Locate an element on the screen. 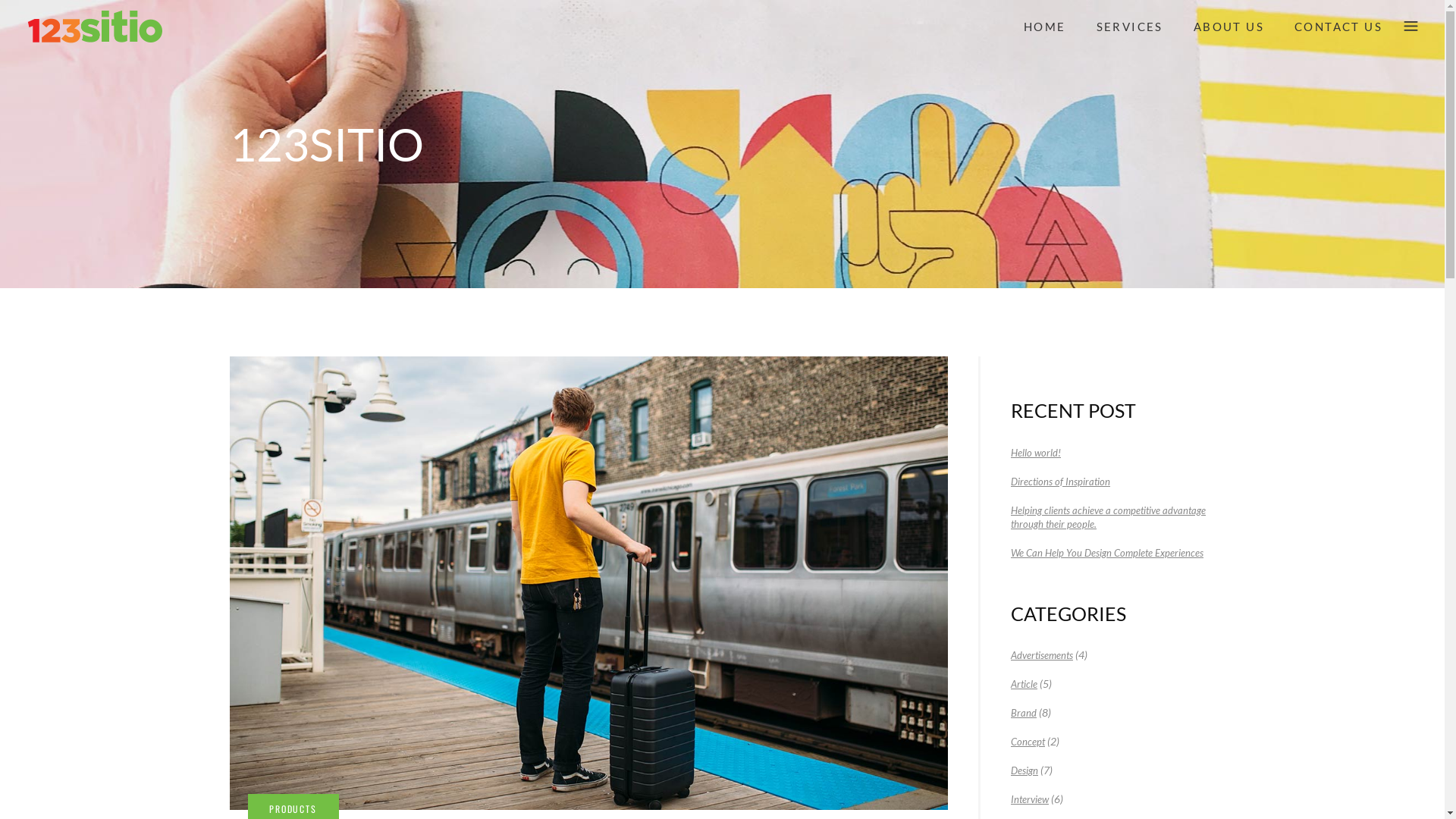  'SERVICES' is located at coordinates (1129, 26).